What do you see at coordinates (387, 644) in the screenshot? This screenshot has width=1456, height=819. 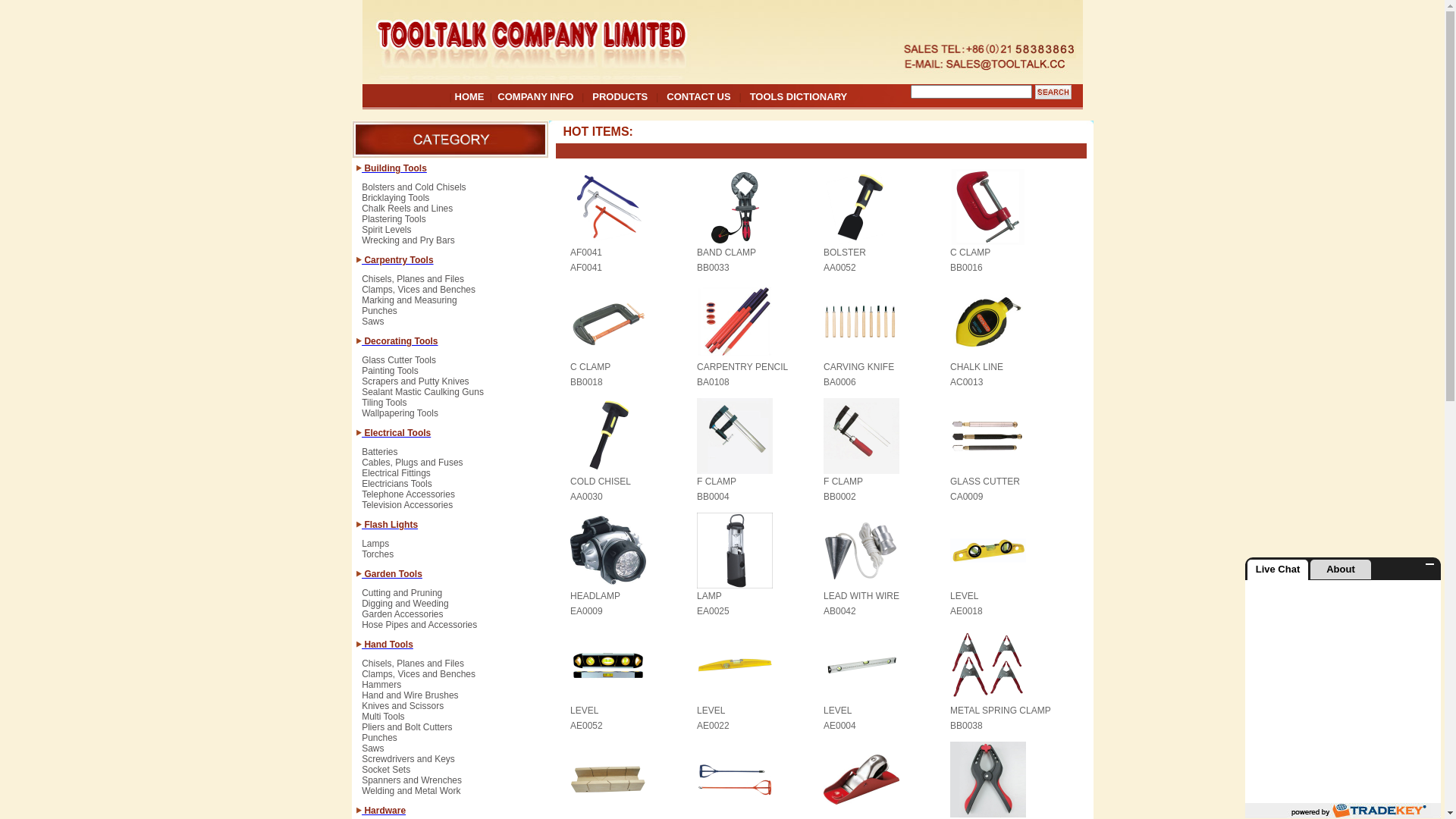 I see `'Hand Tools'` at bounding box center [387, 644].